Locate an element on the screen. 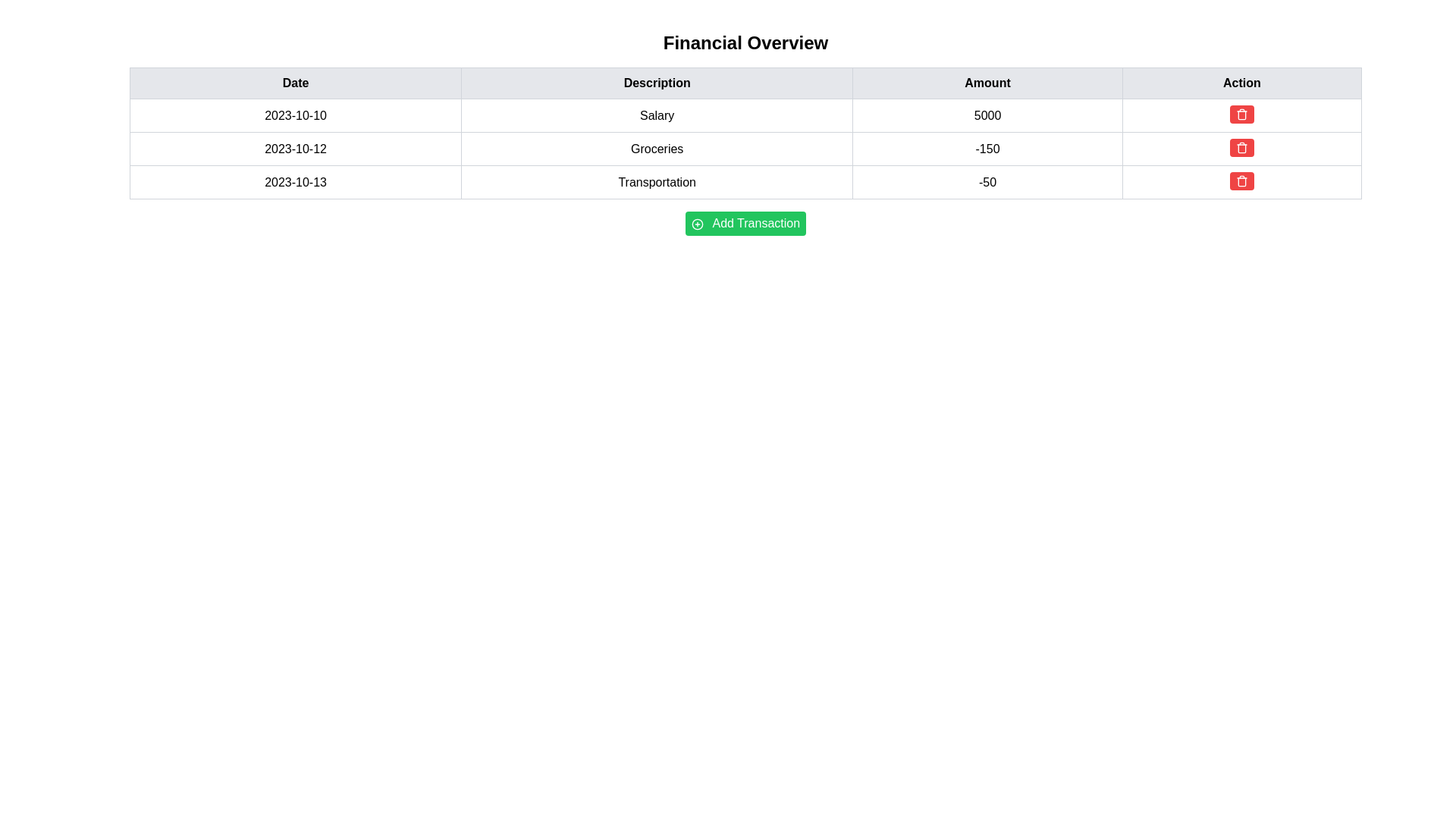 This screenshot has width=1456, height=819. the Text Display Field that shows the description of the transaction dated '2023-10-12' with an amount of '-150', located in the second column of the second row in the table is located at coordinates (657, 149).